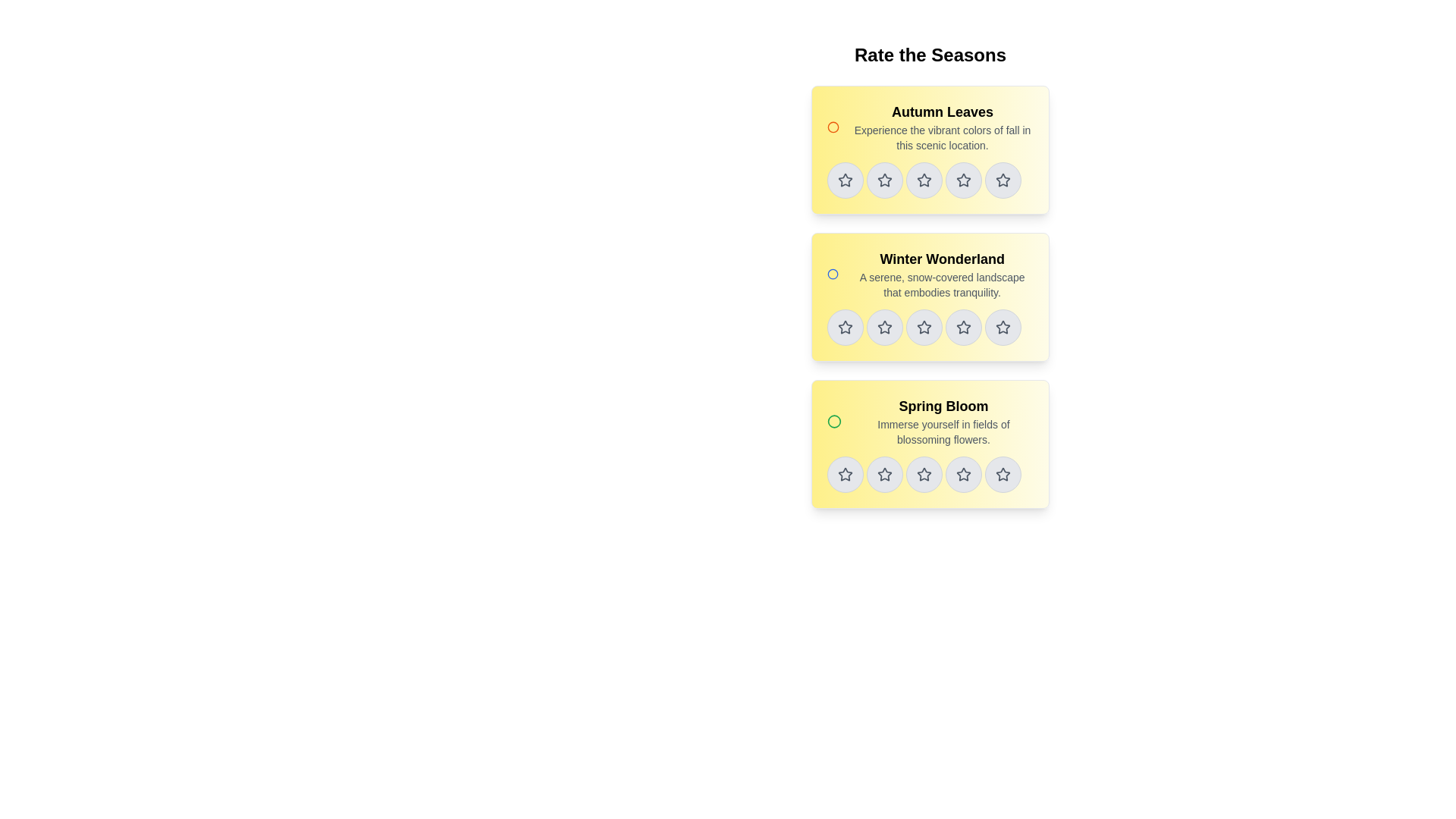 The height and width of the screenshot is (819, 1456). What do you see at coordinates (884, 179) in the screenshot?
I see `the second star icon in the rating feature located below the 'Autumn Leaves' header in the 'Rate the Seasons' list` at bounding box center [884, 179].